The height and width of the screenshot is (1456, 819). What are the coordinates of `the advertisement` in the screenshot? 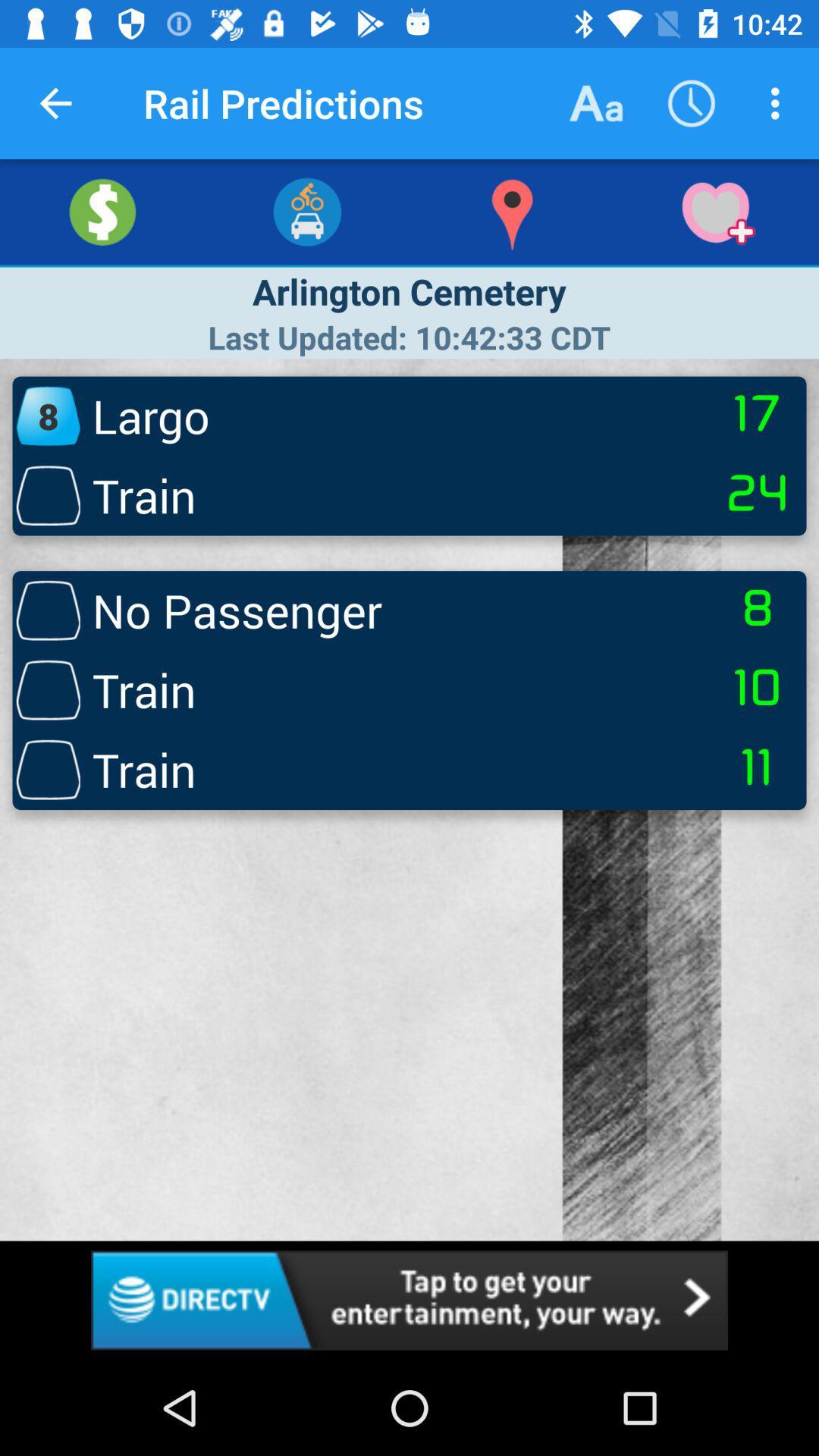 It's located at (409, 1299).